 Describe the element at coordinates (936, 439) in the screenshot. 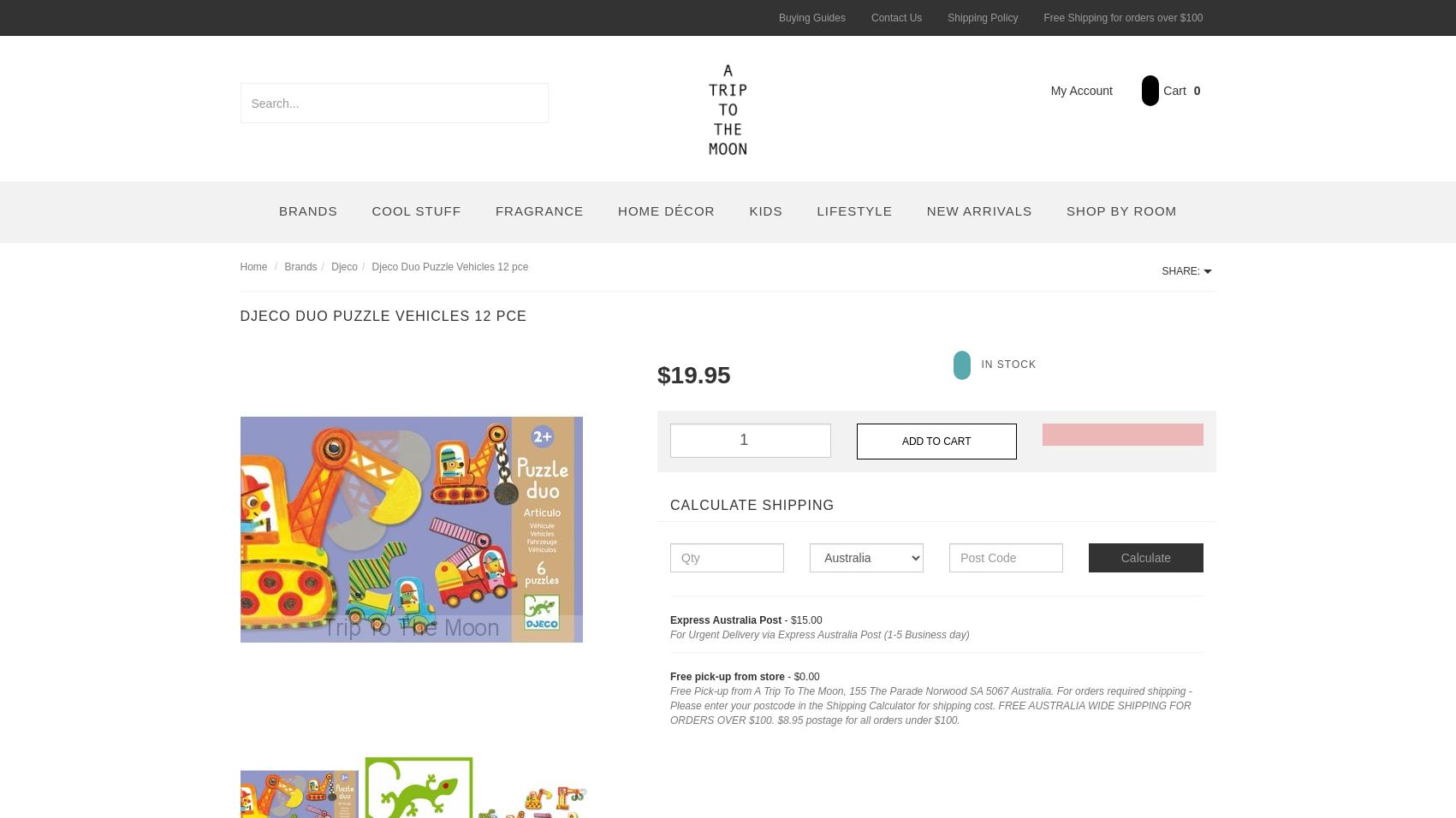

I see `'Add to Cart'` at that location.